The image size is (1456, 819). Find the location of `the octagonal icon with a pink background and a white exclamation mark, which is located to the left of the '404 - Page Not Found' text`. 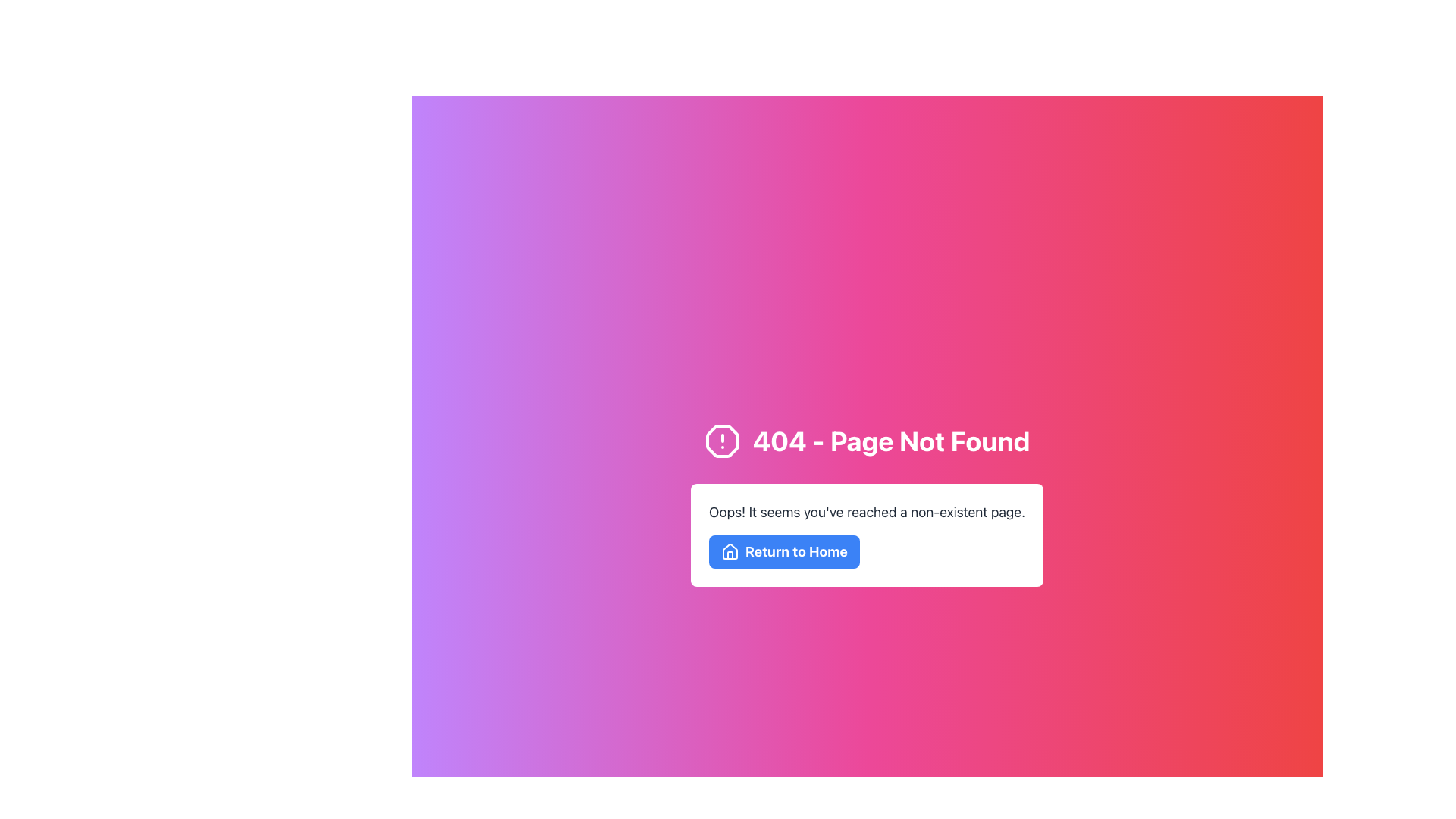

the octagonal icon with a pink background and a white exclamation mark, which is located to the left of the '404 - Page Not Found' text is located at coordinates (721, 441).